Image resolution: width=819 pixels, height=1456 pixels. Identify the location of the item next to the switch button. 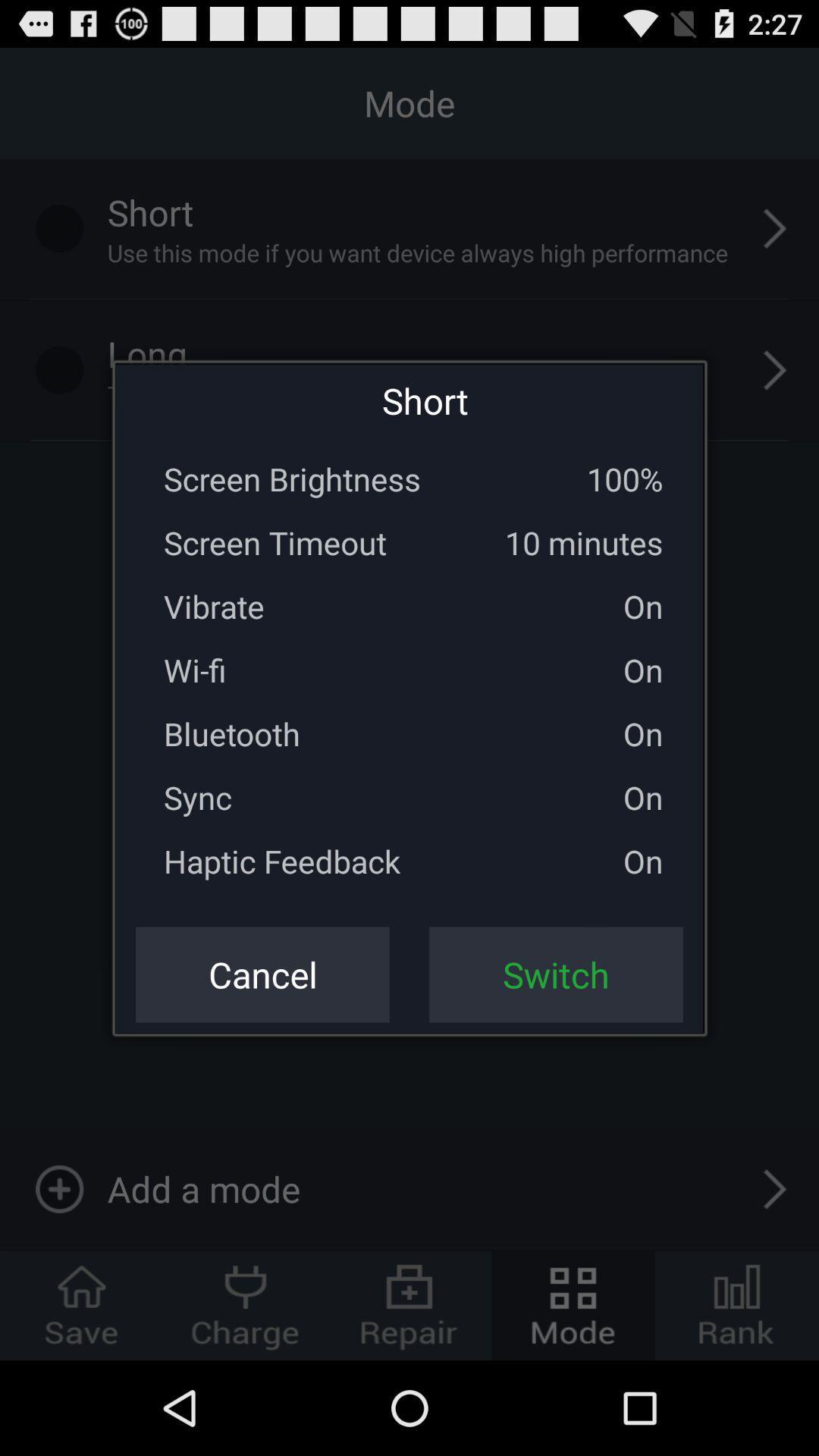
(262, 974).